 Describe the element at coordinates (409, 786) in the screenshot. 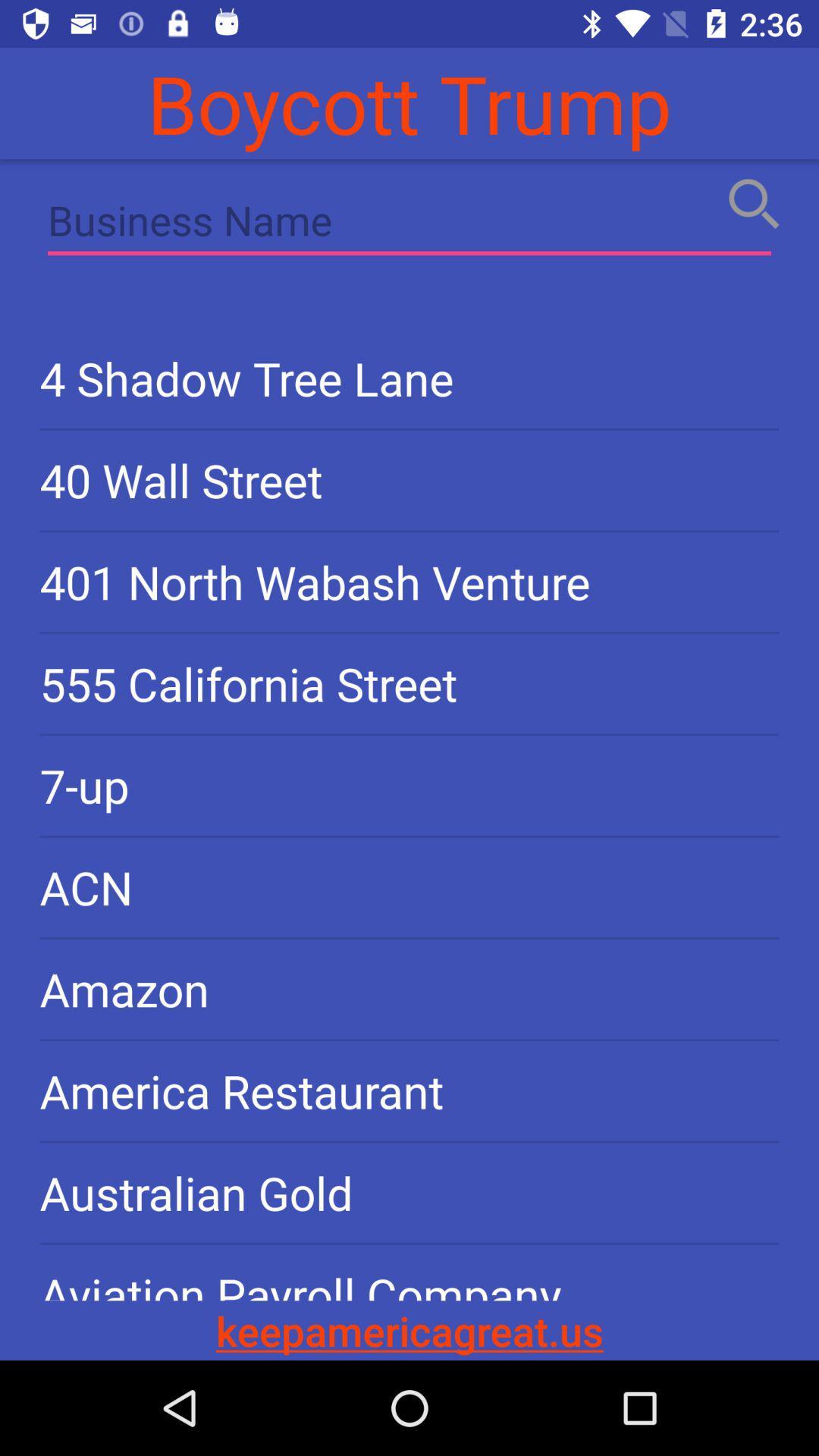

I see `7-up item` at that location.